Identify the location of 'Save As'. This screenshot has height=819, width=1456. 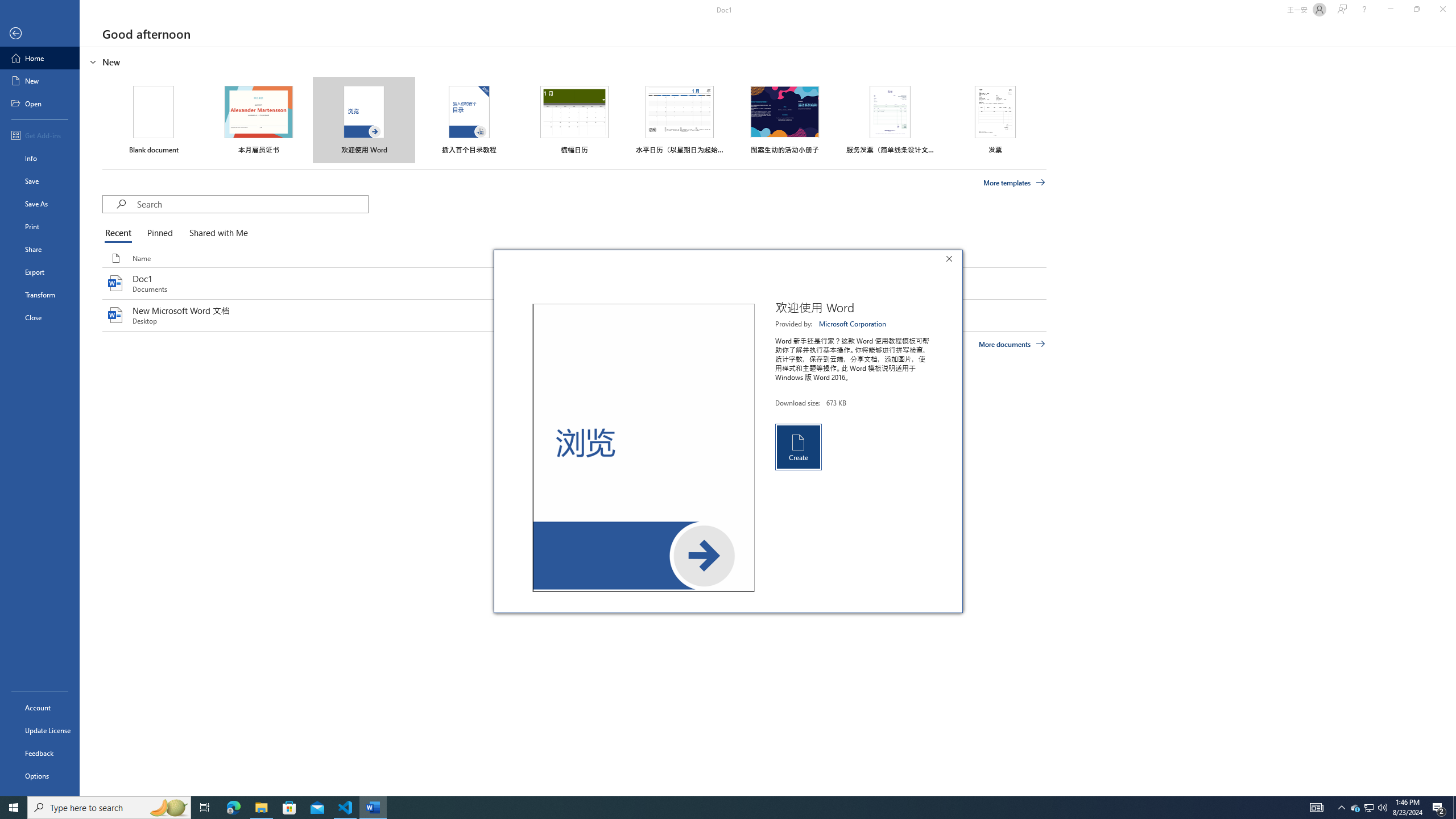
(39, 202).